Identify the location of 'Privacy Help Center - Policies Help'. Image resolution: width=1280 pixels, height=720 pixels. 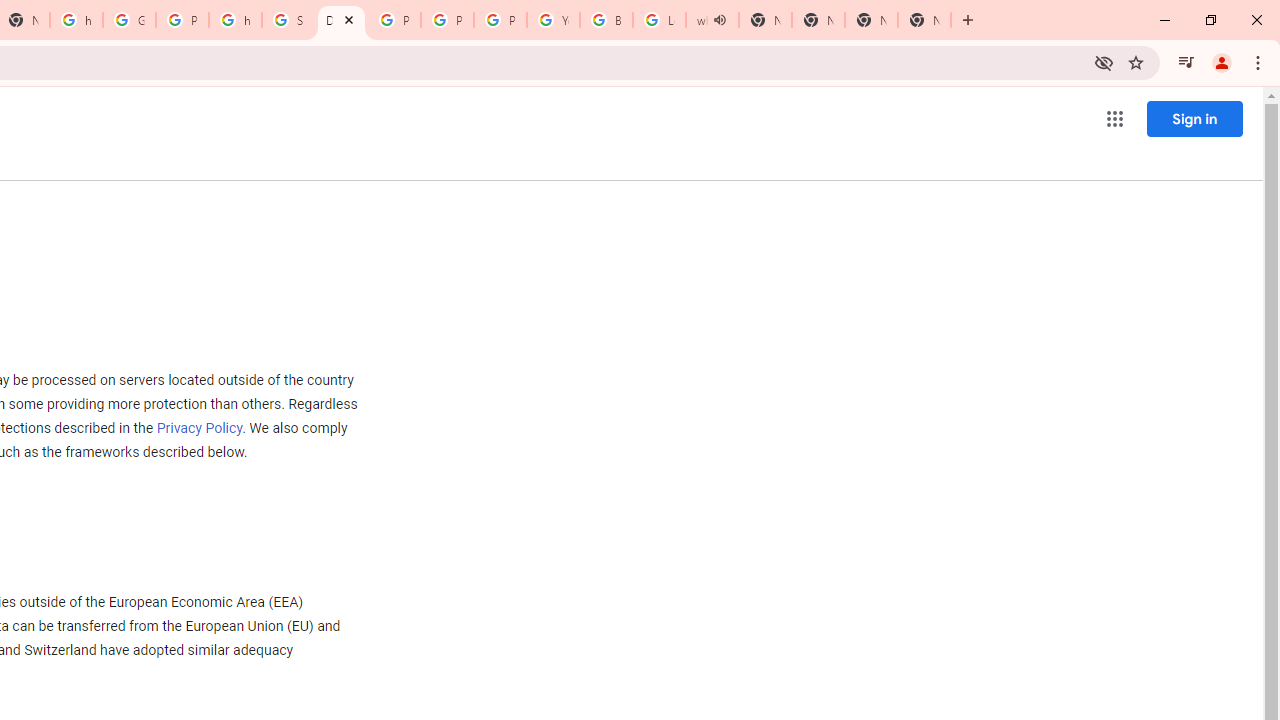
(446, 20).